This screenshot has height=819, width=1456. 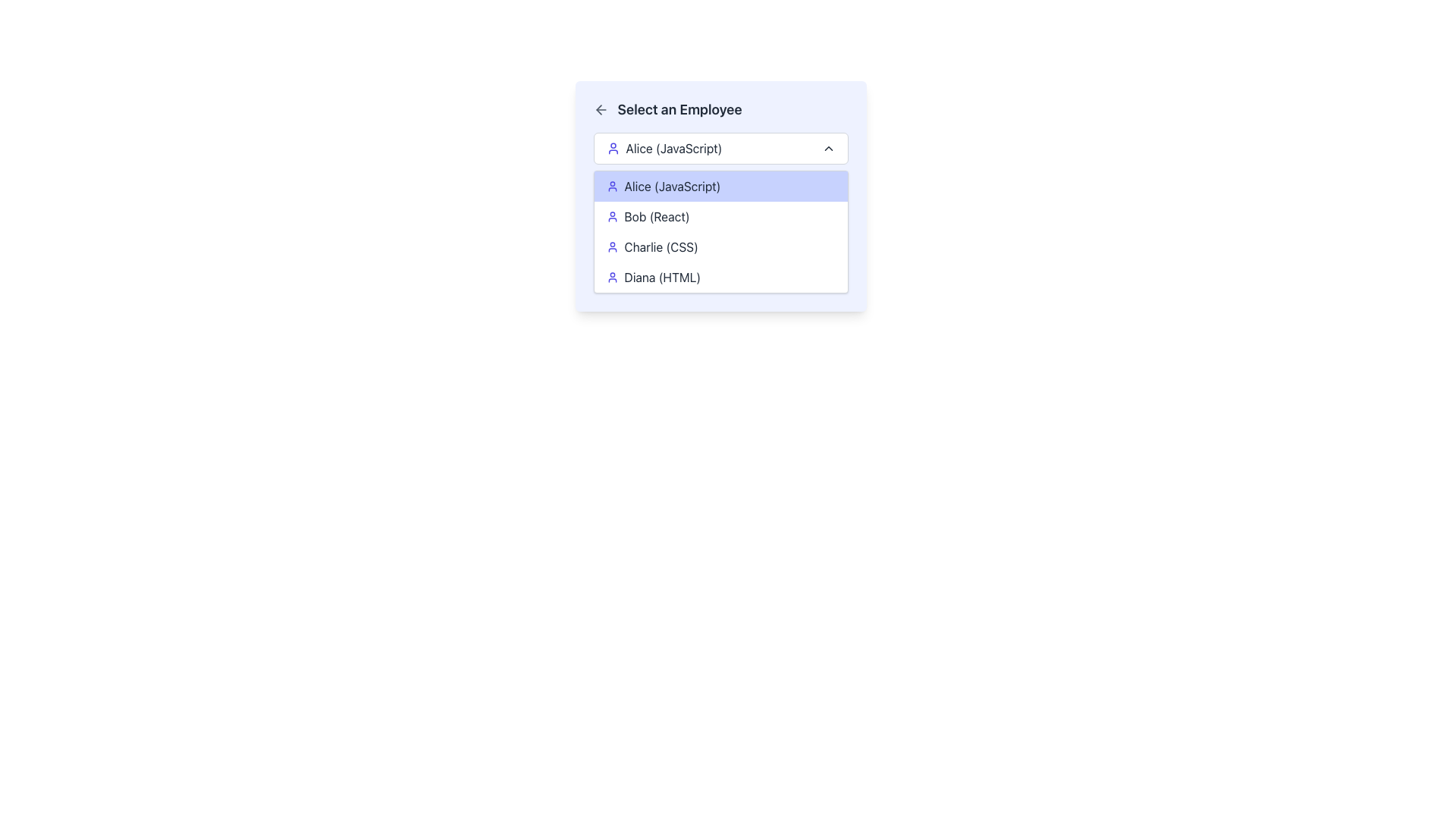 I want to click on the topmost item in the dropdown list labeled 'Select an Employee' to potentially reveal tooltips or highlights, so click(x=664, y=149).